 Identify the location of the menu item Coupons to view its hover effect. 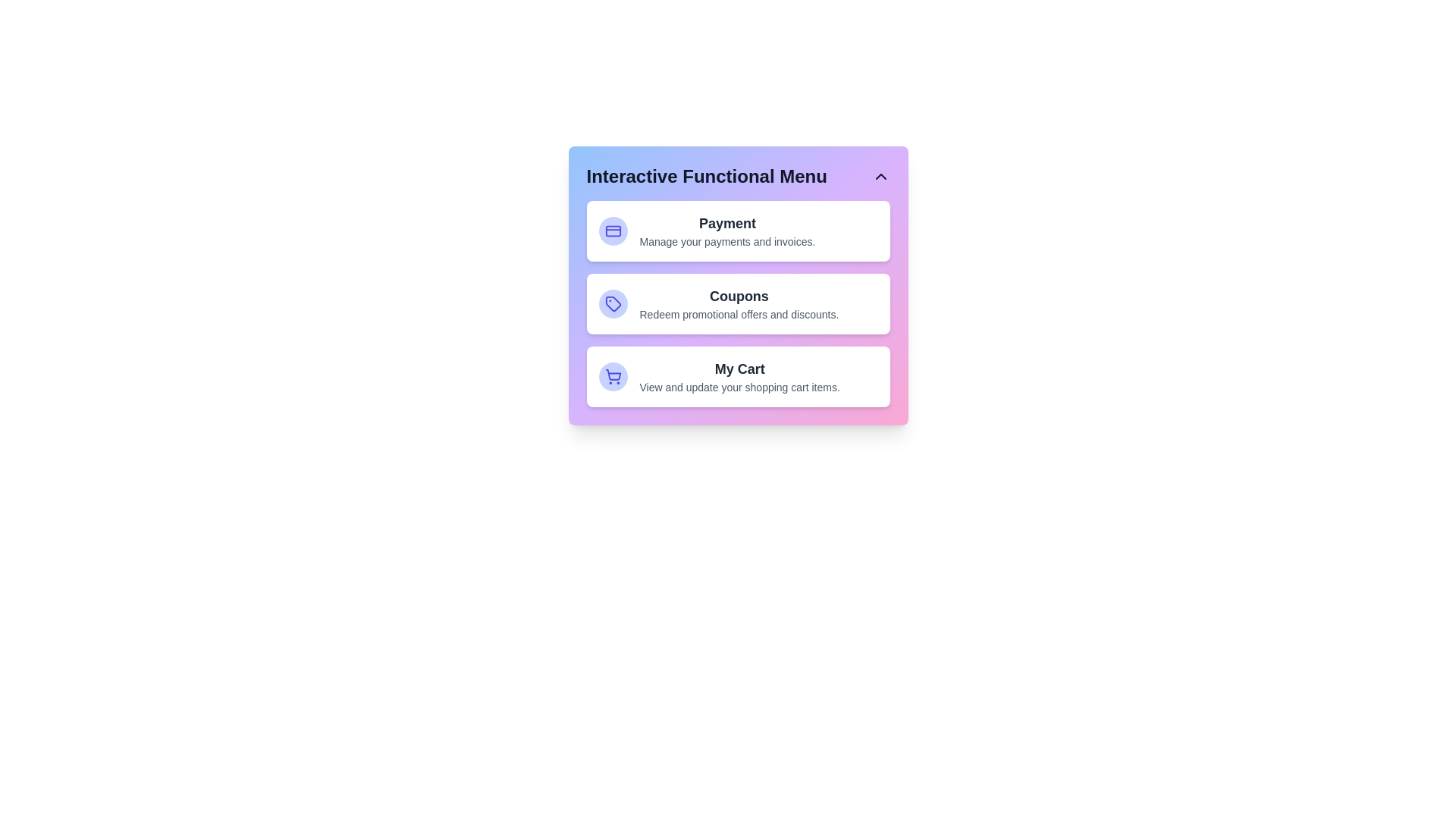
(738, 304).